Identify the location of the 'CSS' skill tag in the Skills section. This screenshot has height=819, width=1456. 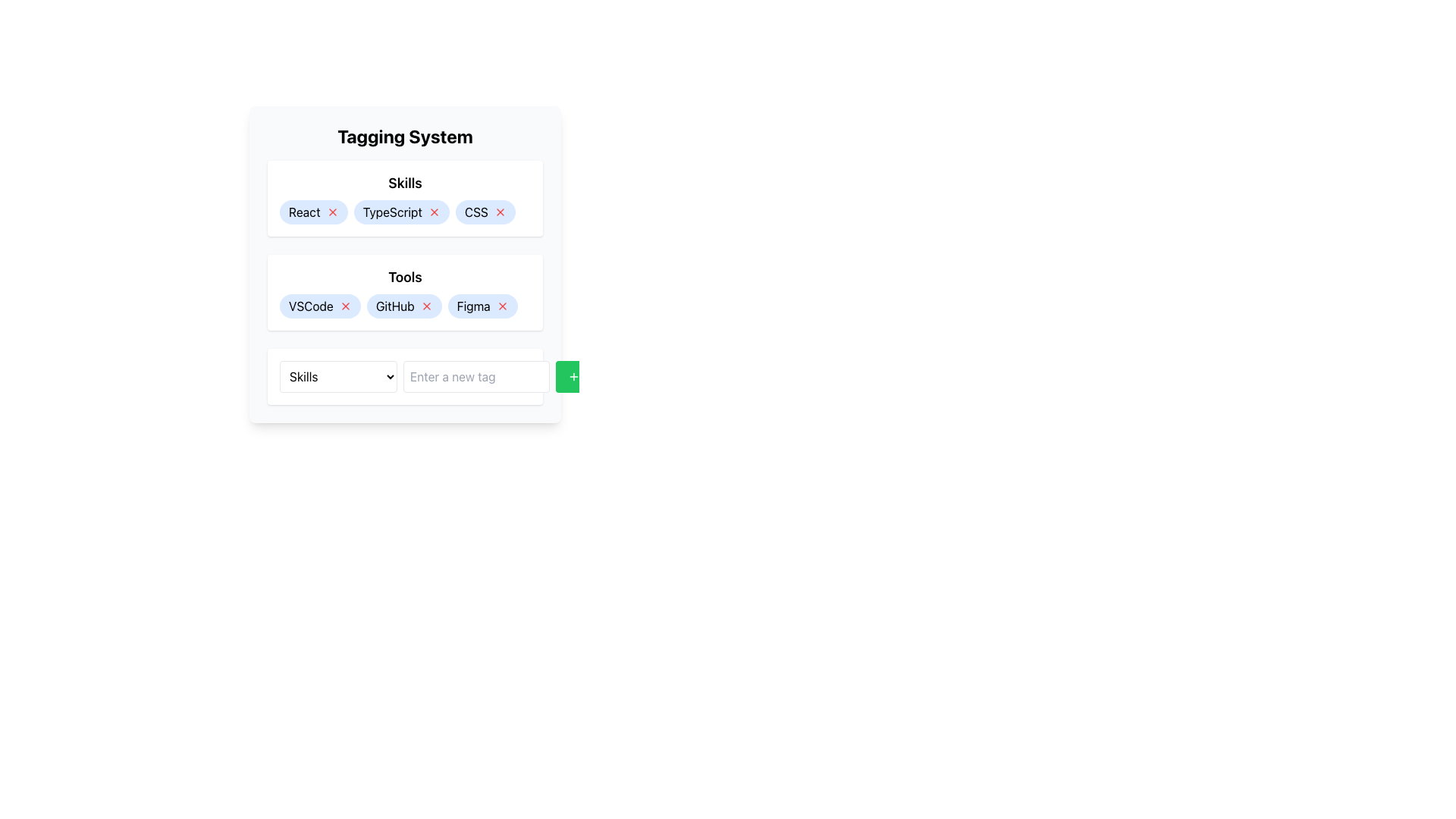
(475, 212).